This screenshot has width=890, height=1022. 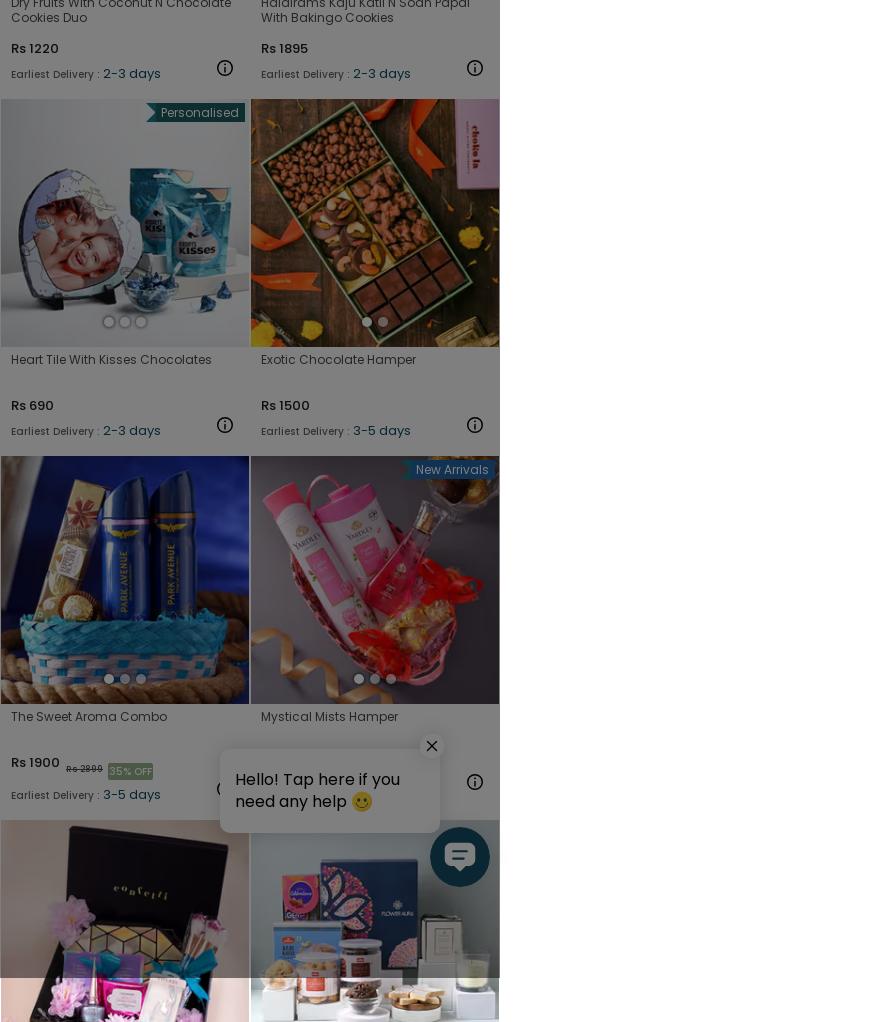 What do you see at coordinates (41, 404) in the screenshot?
I see `'690'` at bounding box center [41, 404].